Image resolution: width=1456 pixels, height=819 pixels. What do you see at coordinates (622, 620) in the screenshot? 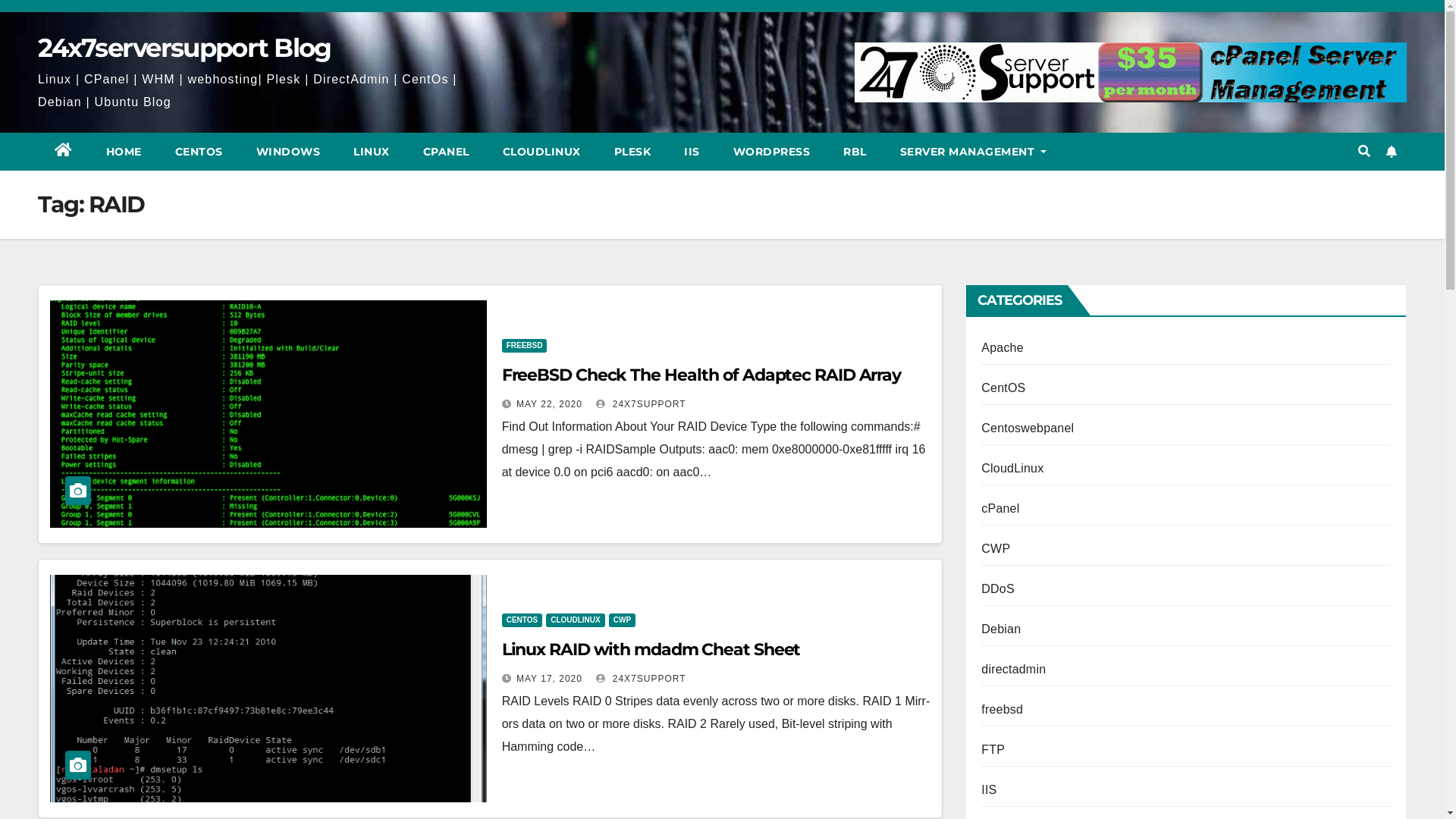
I see `'CWP'` at bounding box center [622, 620].